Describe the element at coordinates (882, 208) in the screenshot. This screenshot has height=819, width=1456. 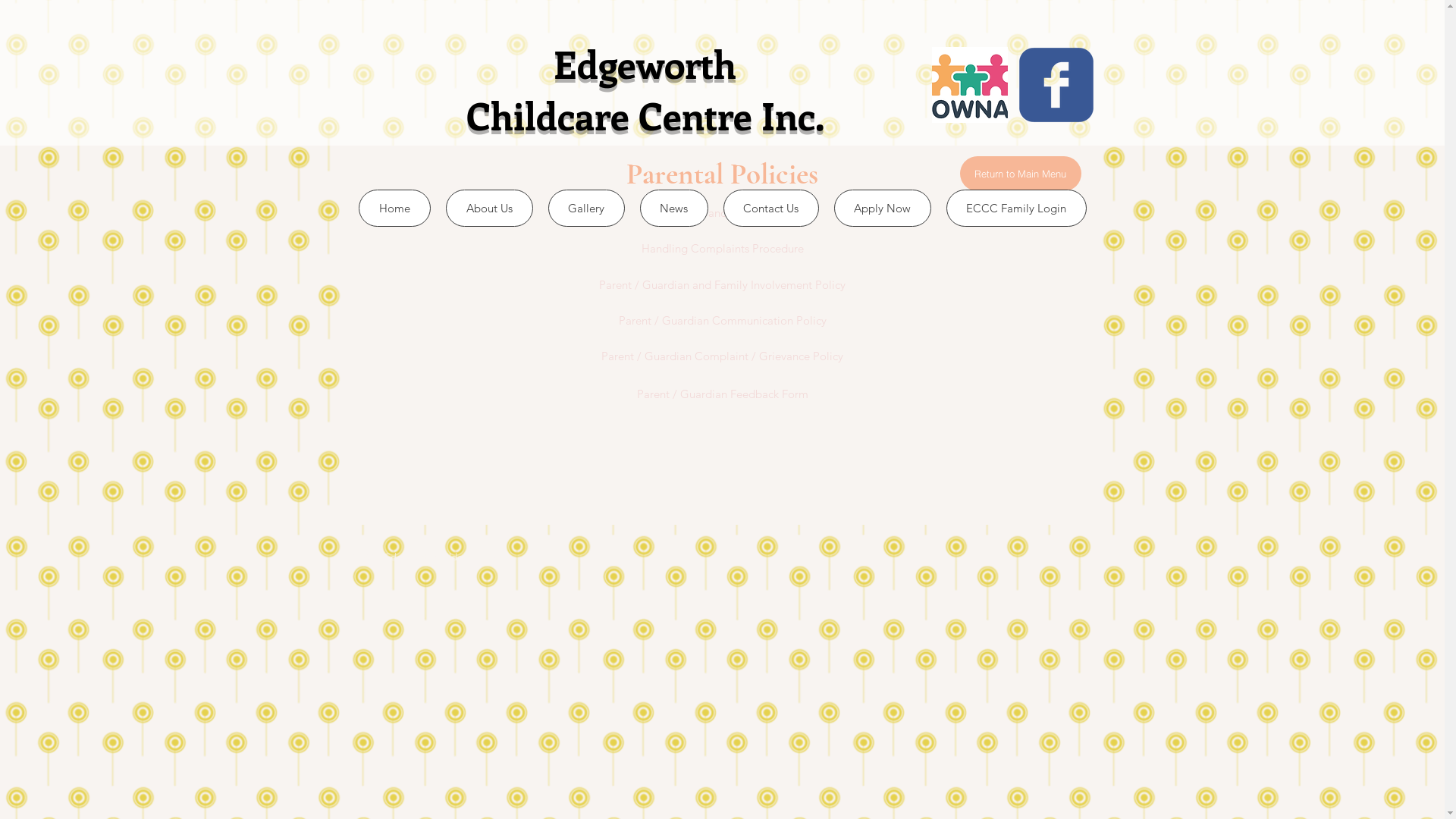
I see `'Apply Now'` at that location.